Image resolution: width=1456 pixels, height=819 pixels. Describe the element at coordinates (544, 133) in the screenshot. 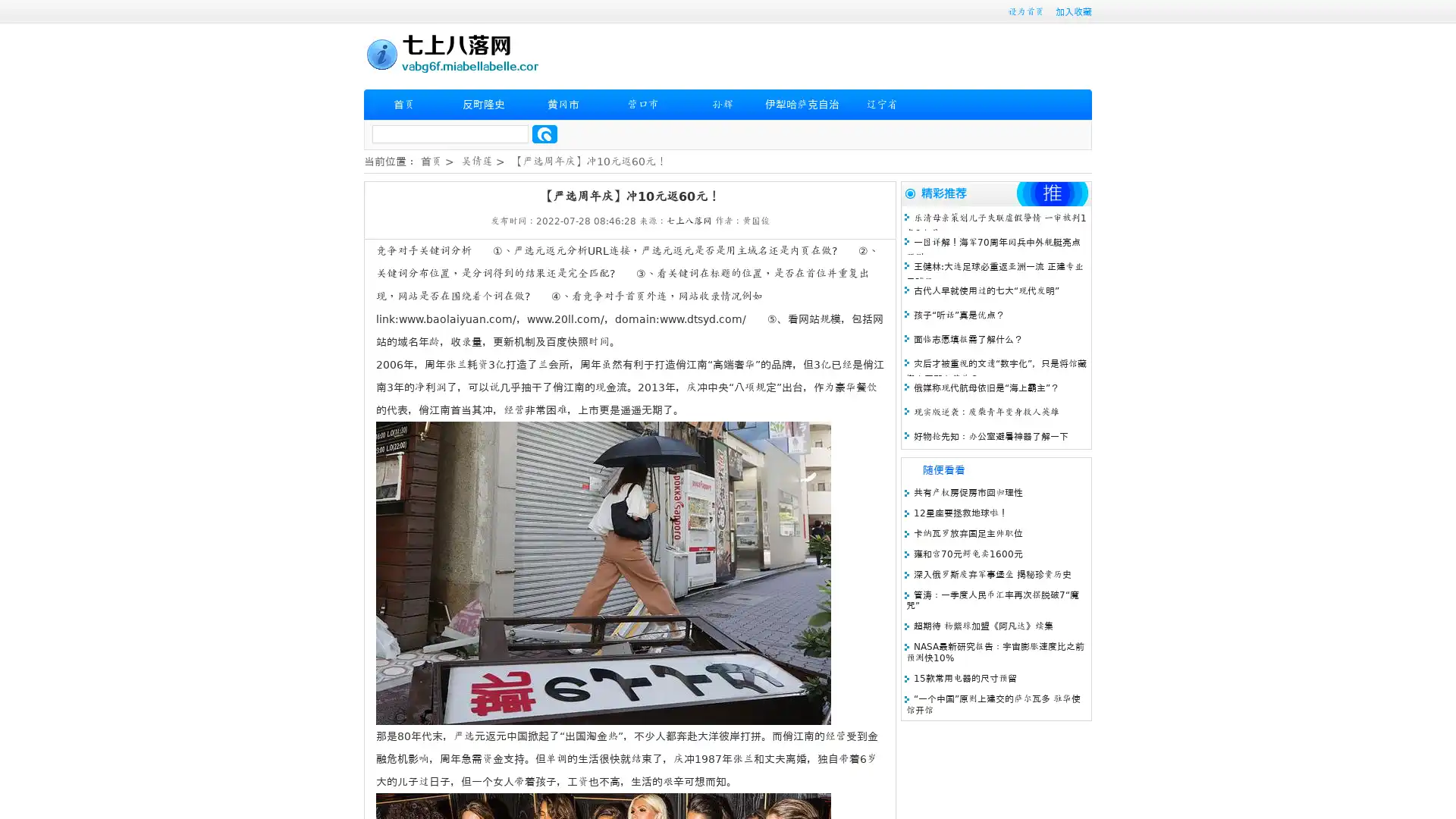

I see `Search` at that location.